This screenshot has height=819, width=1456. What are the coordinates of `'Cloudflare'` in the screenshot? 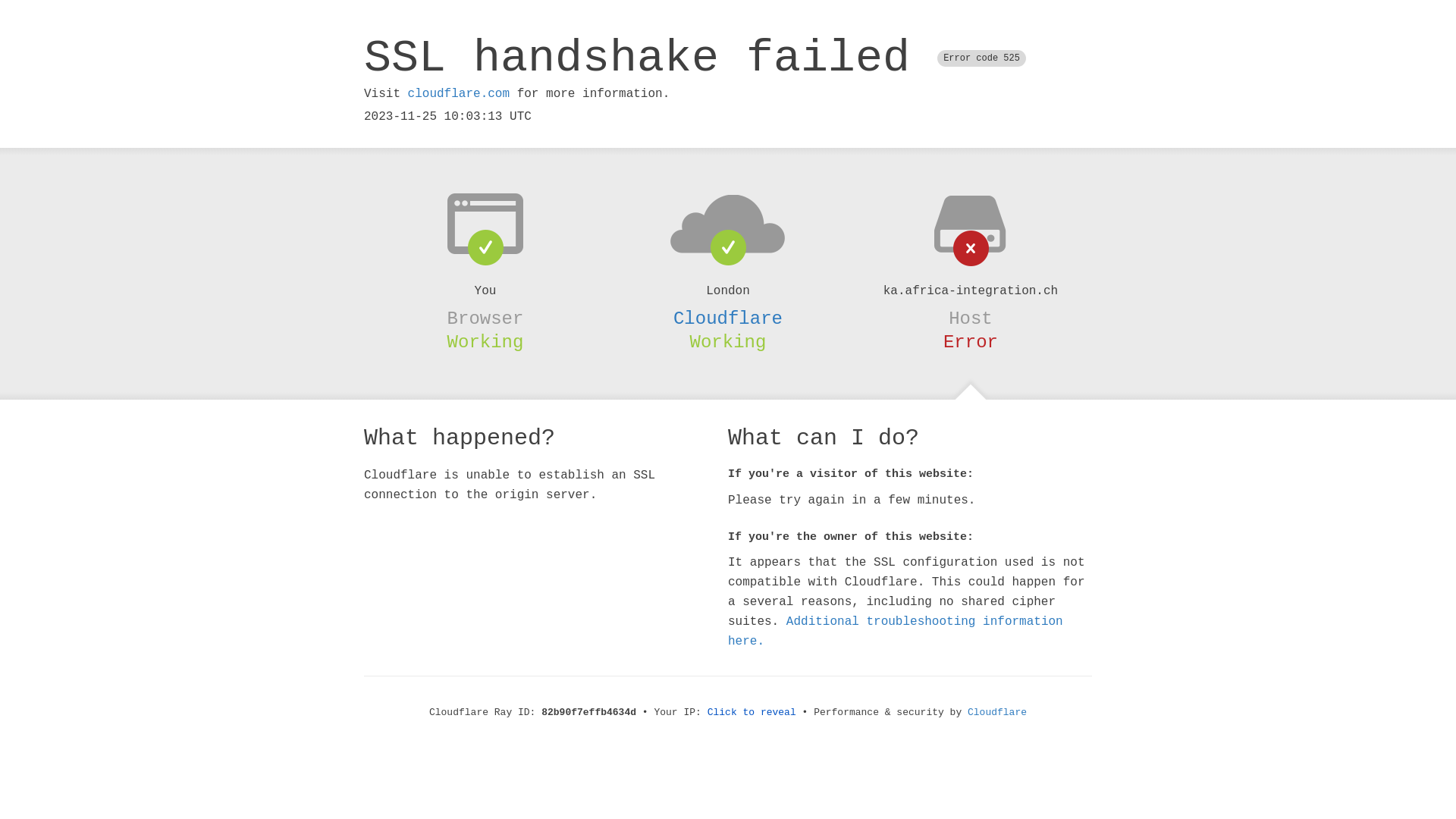 It's located at (997, 712).